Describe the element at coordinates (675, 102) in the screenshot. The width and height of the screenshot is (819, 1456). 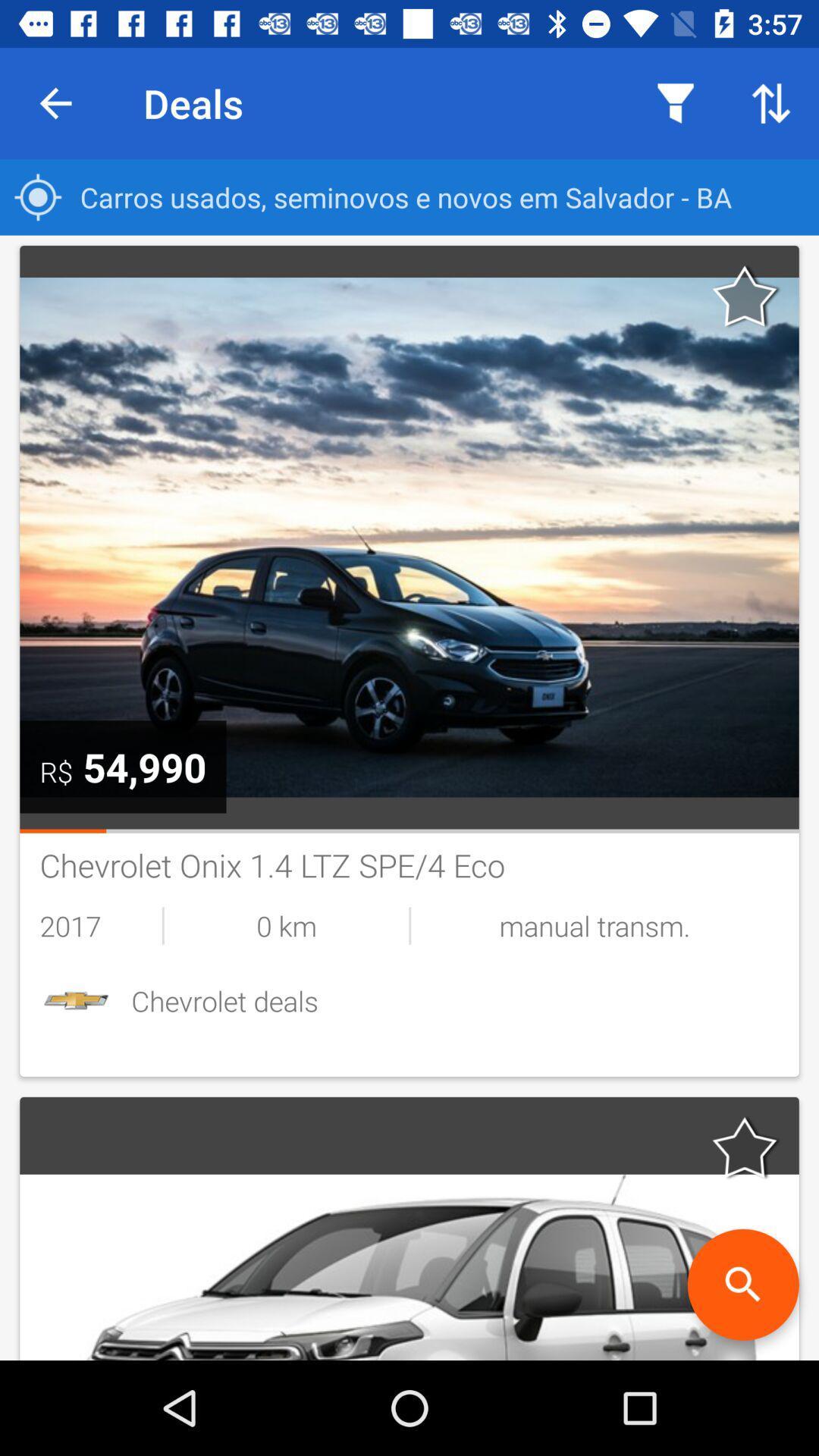
I see `the item above the carros usados seminovos` at that location.